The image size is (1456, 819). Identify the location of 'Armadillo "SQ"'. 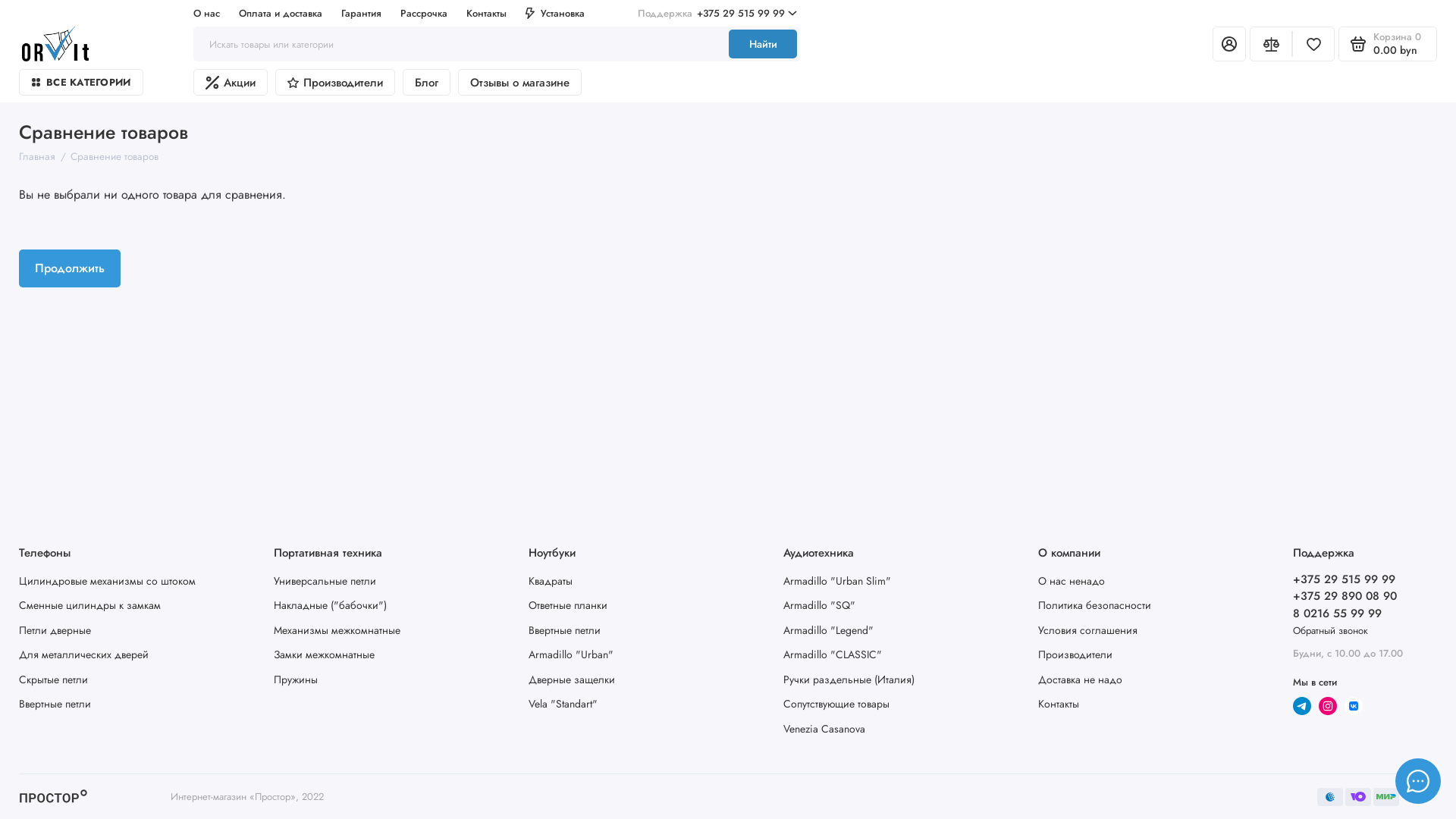
(783, 604).